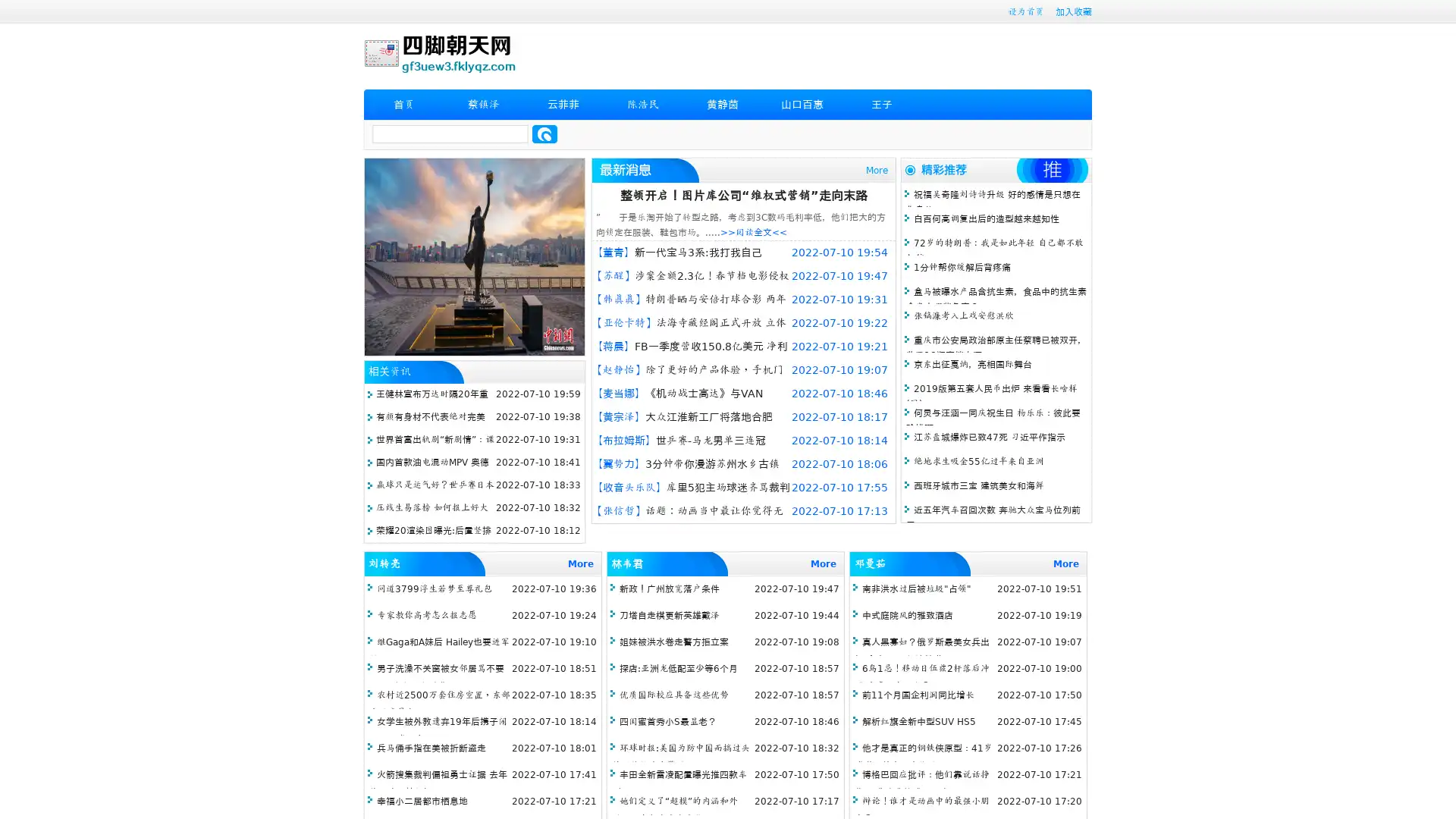  Describe the element at coordinates (544, 133) in the screenshot. I see `Search` at that location.